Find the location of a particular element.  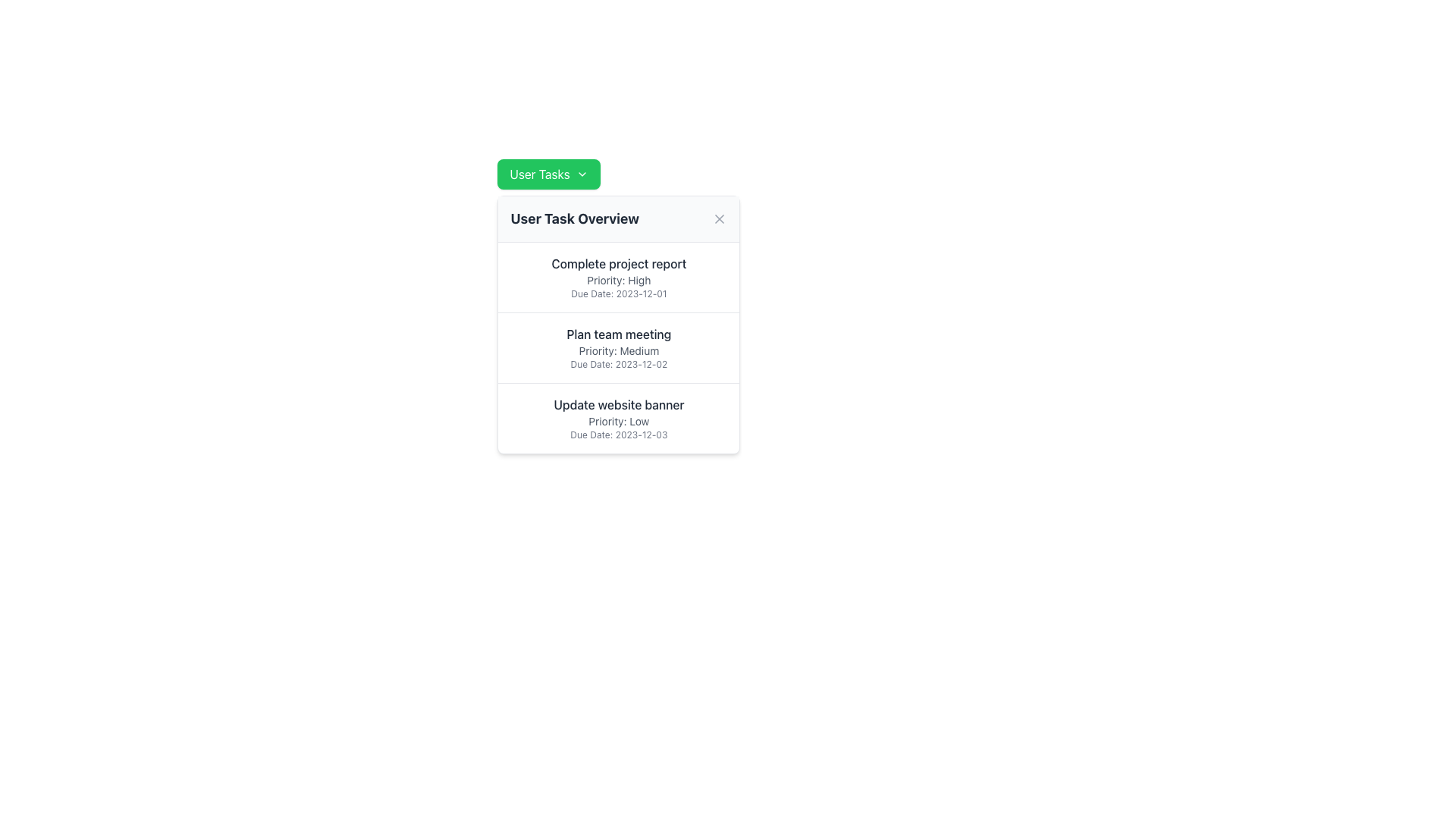

the close button icon resembling an 'X' located in the top-right corner of the 'User Task Overview' header section is located at coordinates (719, 219).